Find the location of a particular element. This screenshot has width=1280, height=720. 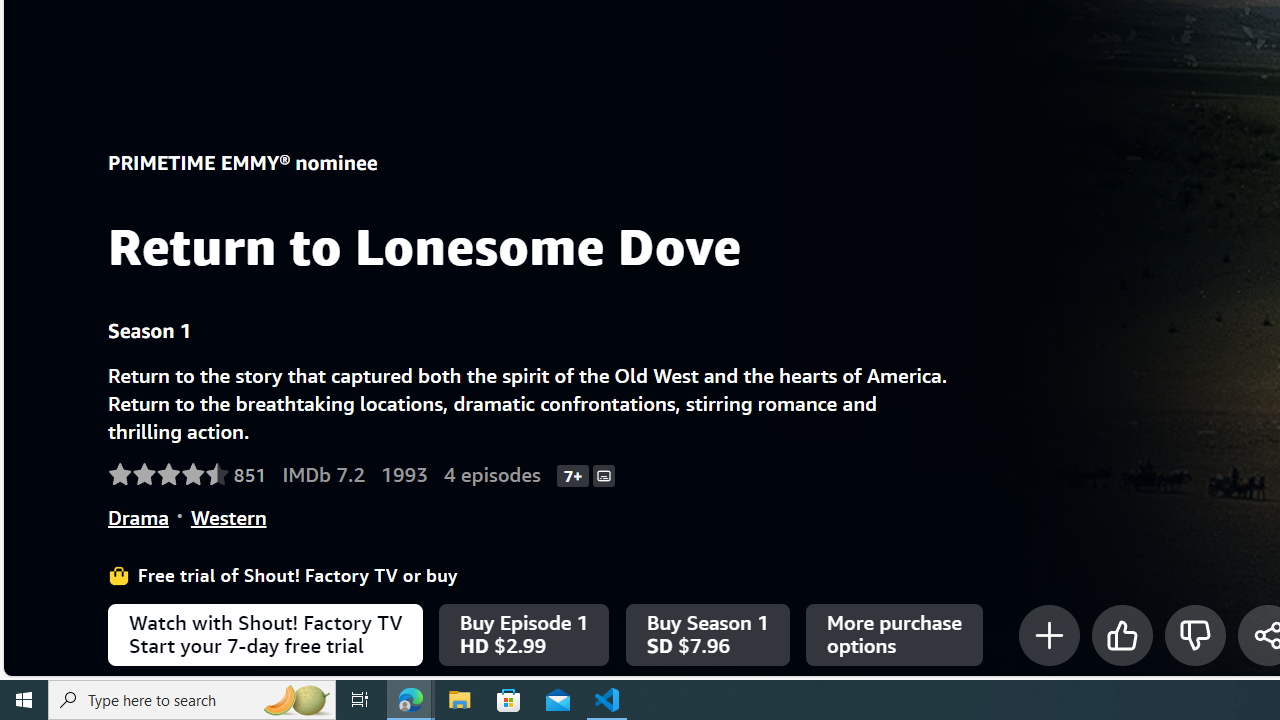

'Drama' is located at coordinates (137, 516).